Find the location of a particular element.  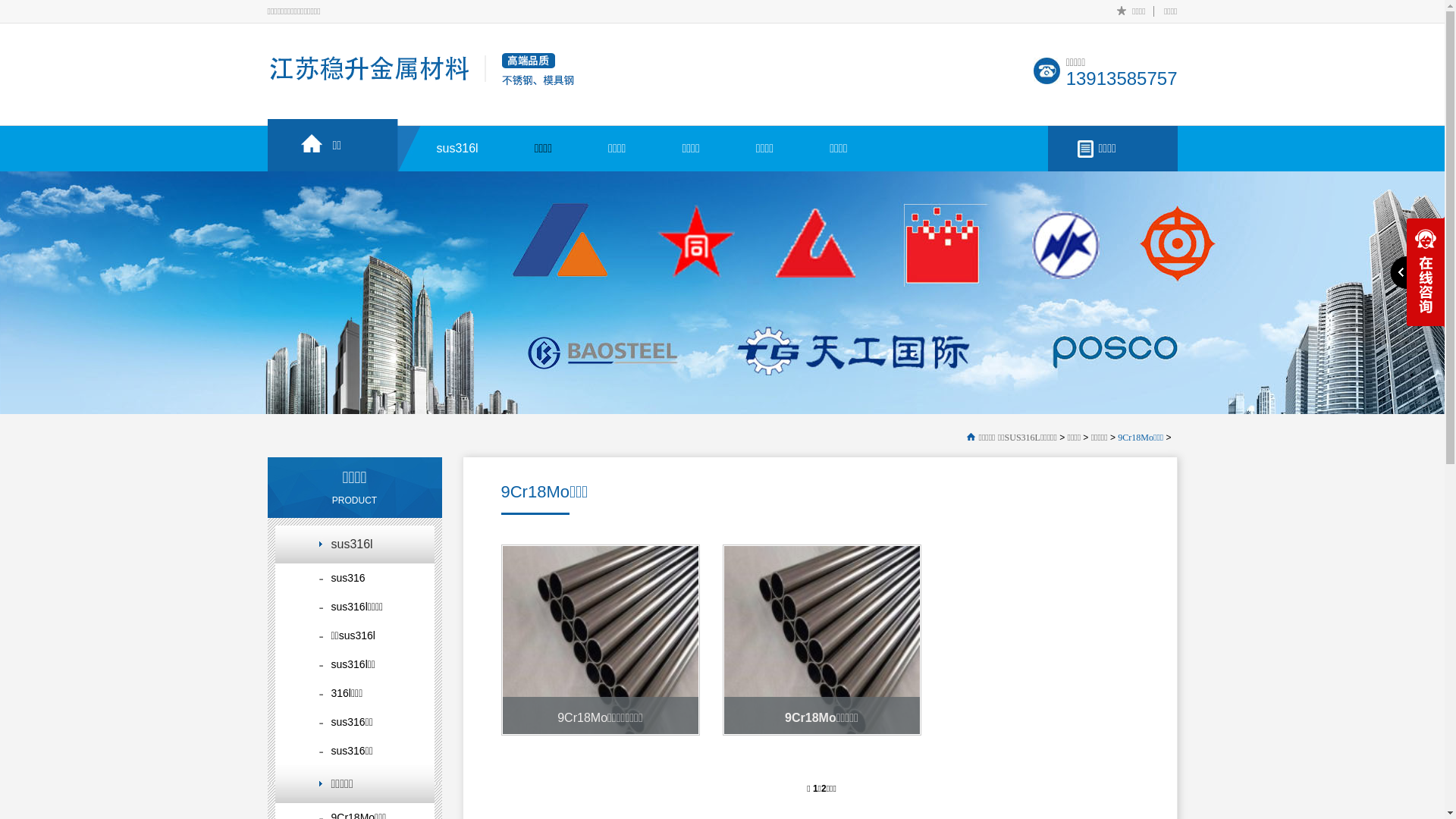

'sus316l' is located at coordinates (353, 543).